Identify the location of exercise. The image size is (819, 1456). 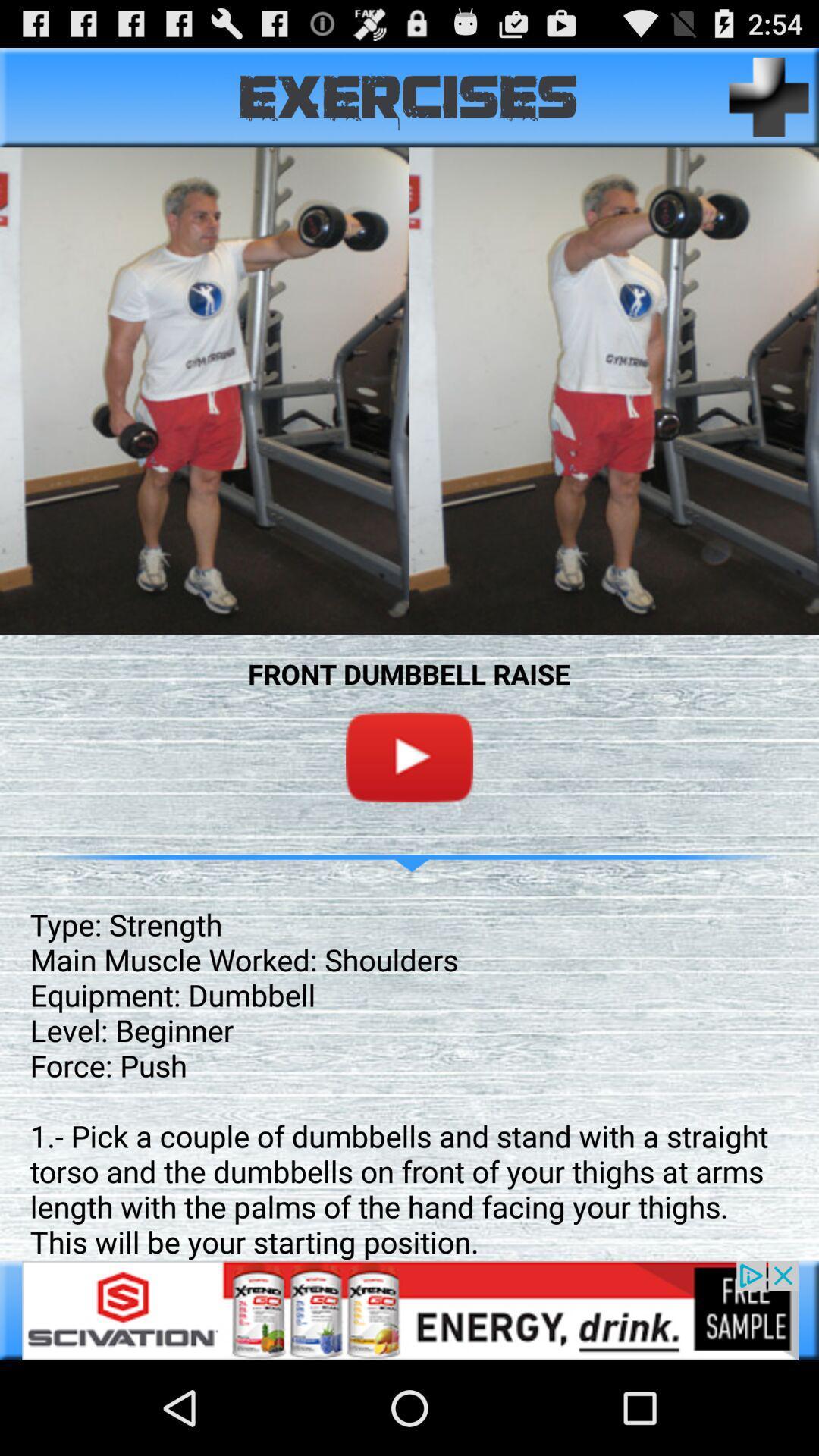
(769, 96).